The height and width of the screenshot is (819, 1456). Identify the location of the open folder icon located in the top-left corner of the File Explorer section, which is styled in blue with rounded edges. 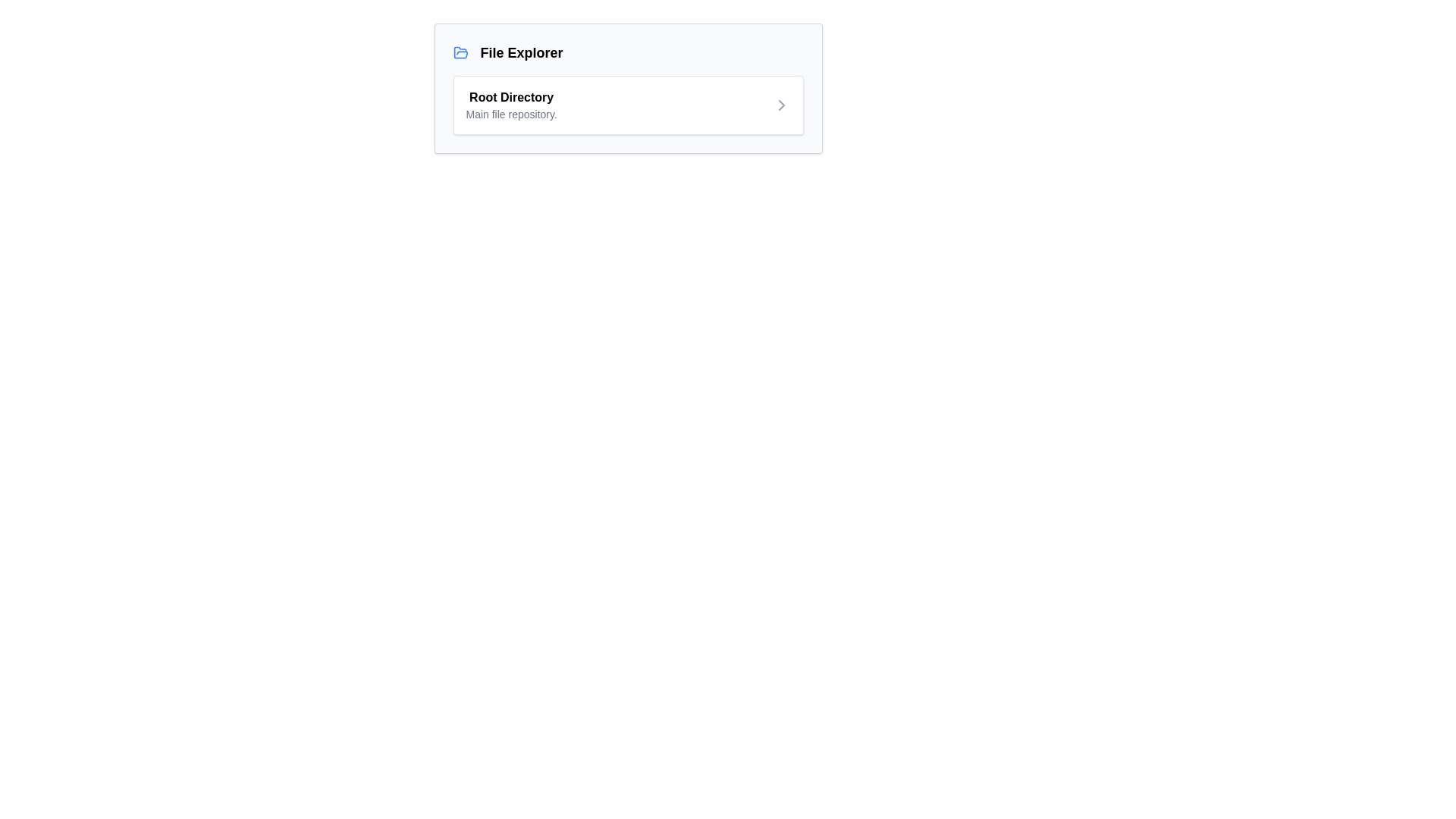
(460, 52).